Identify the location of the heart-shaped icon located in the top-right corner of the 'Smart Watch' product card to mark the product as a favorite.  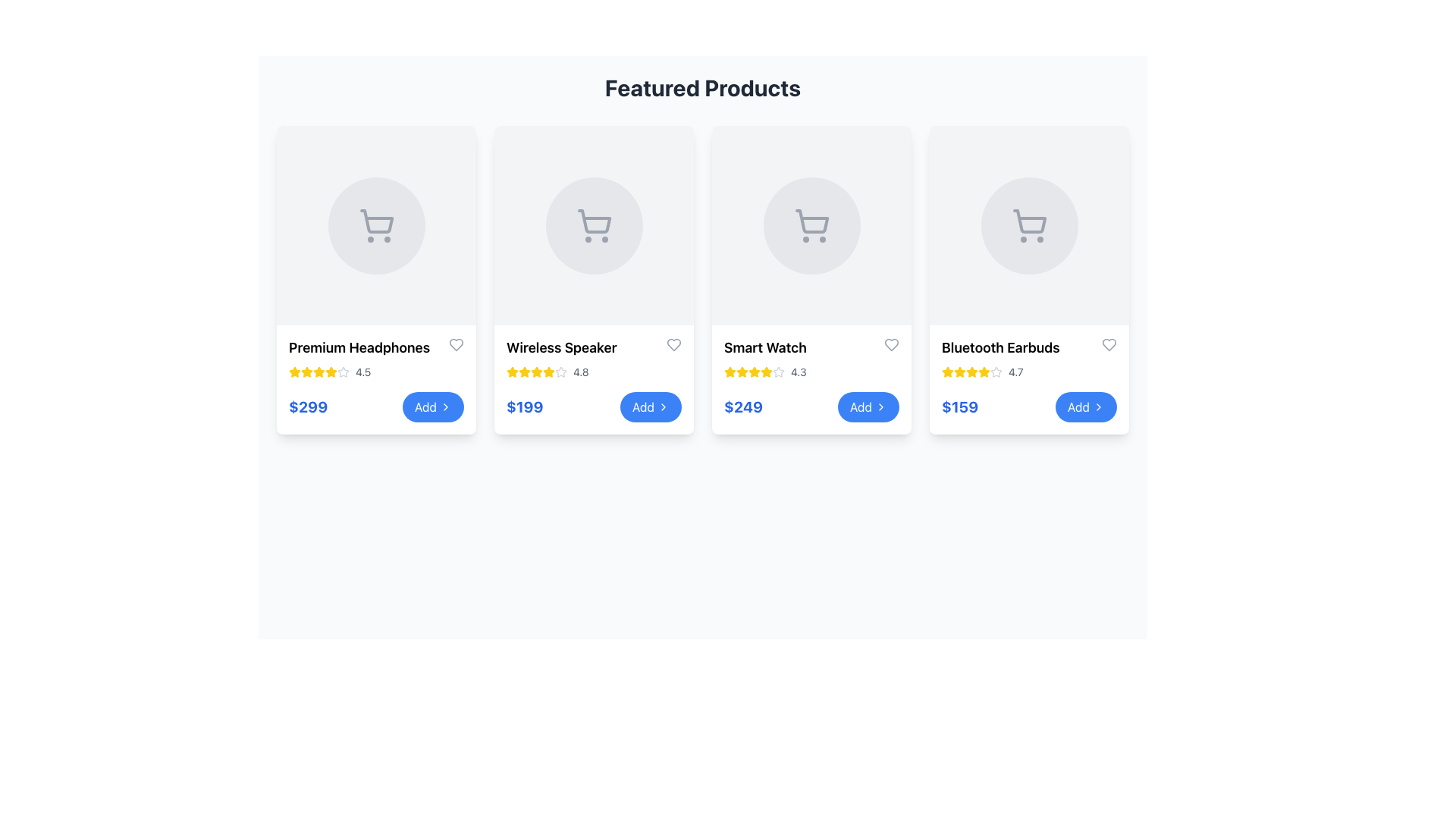
(892, 345).